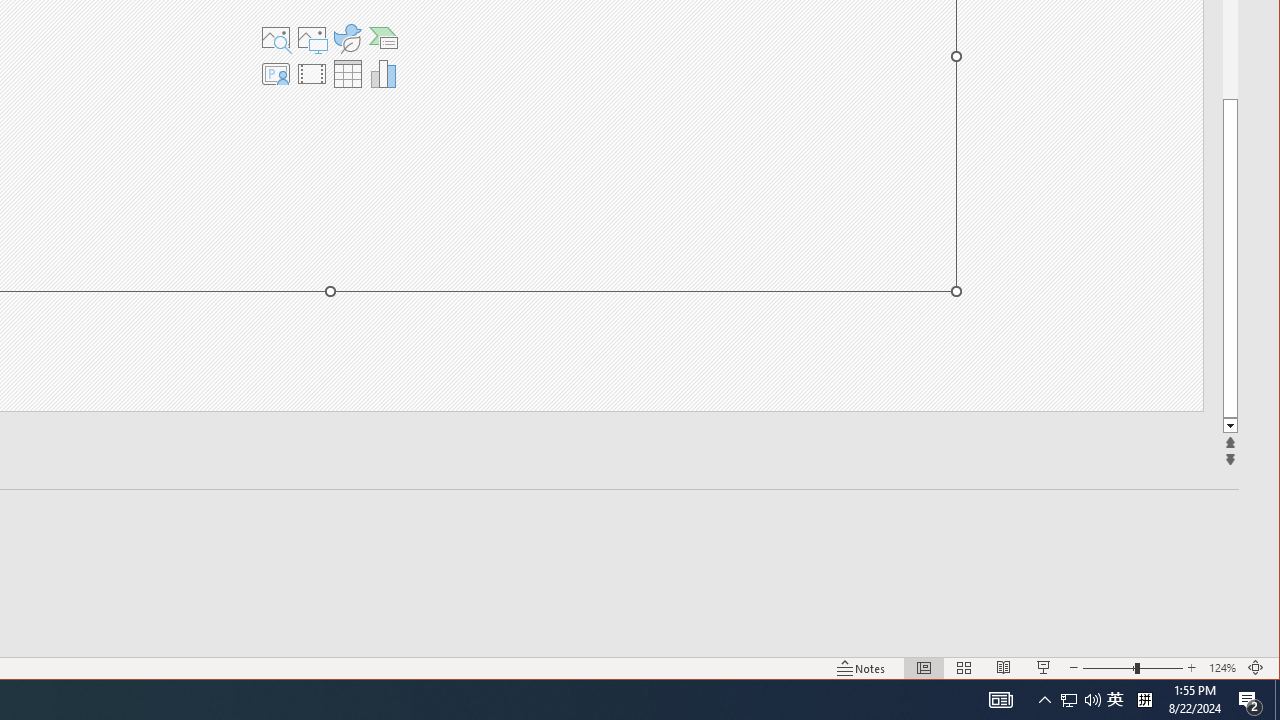 The width and height of the screenshot is (1280, 720). I want to click on 'Insert Table', so click(347, 73).